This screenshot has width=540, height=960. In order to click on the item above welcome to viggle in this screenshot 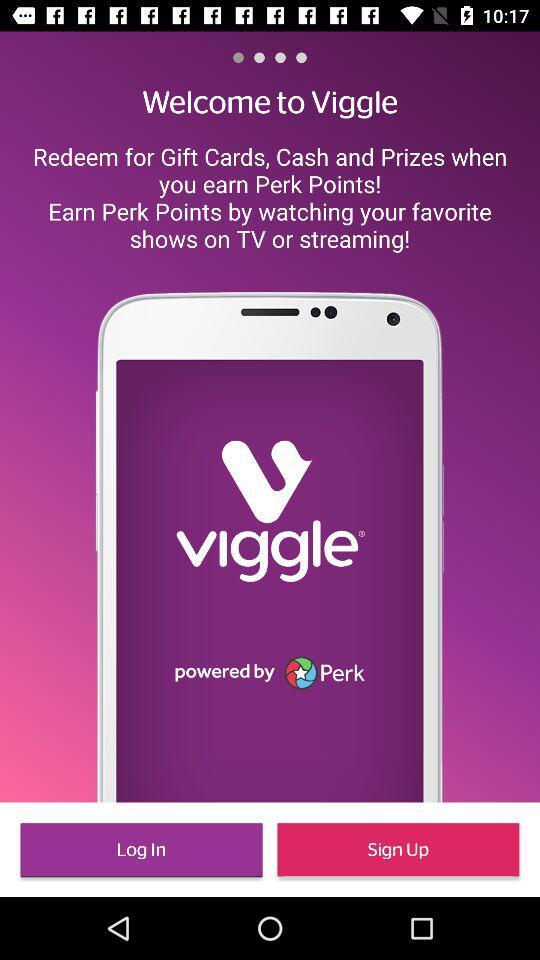, I will do `click(259, 56)`.